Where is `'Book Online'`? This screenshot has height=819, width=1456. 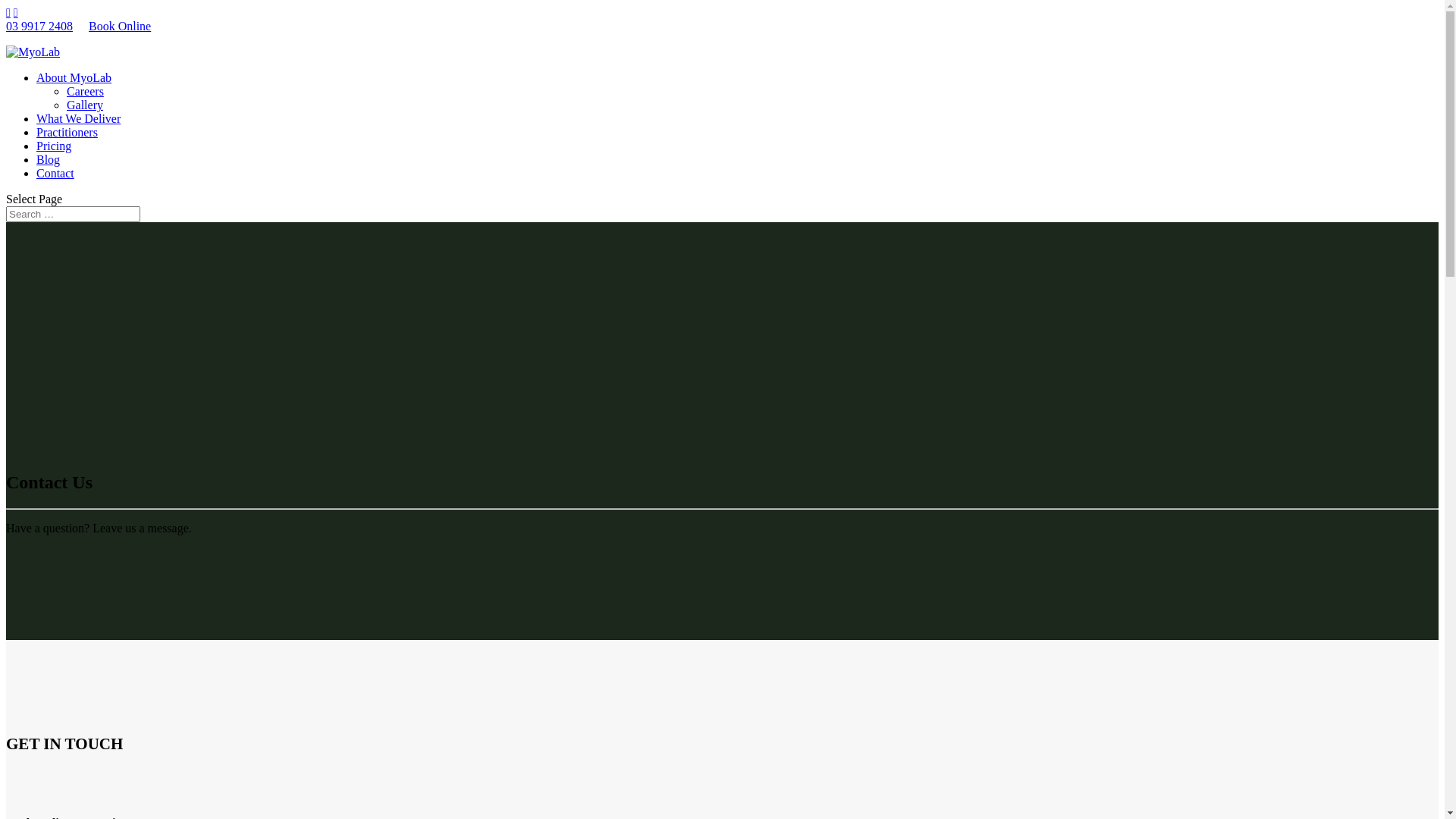 'Book Online' is located at coordinates (119, 26).